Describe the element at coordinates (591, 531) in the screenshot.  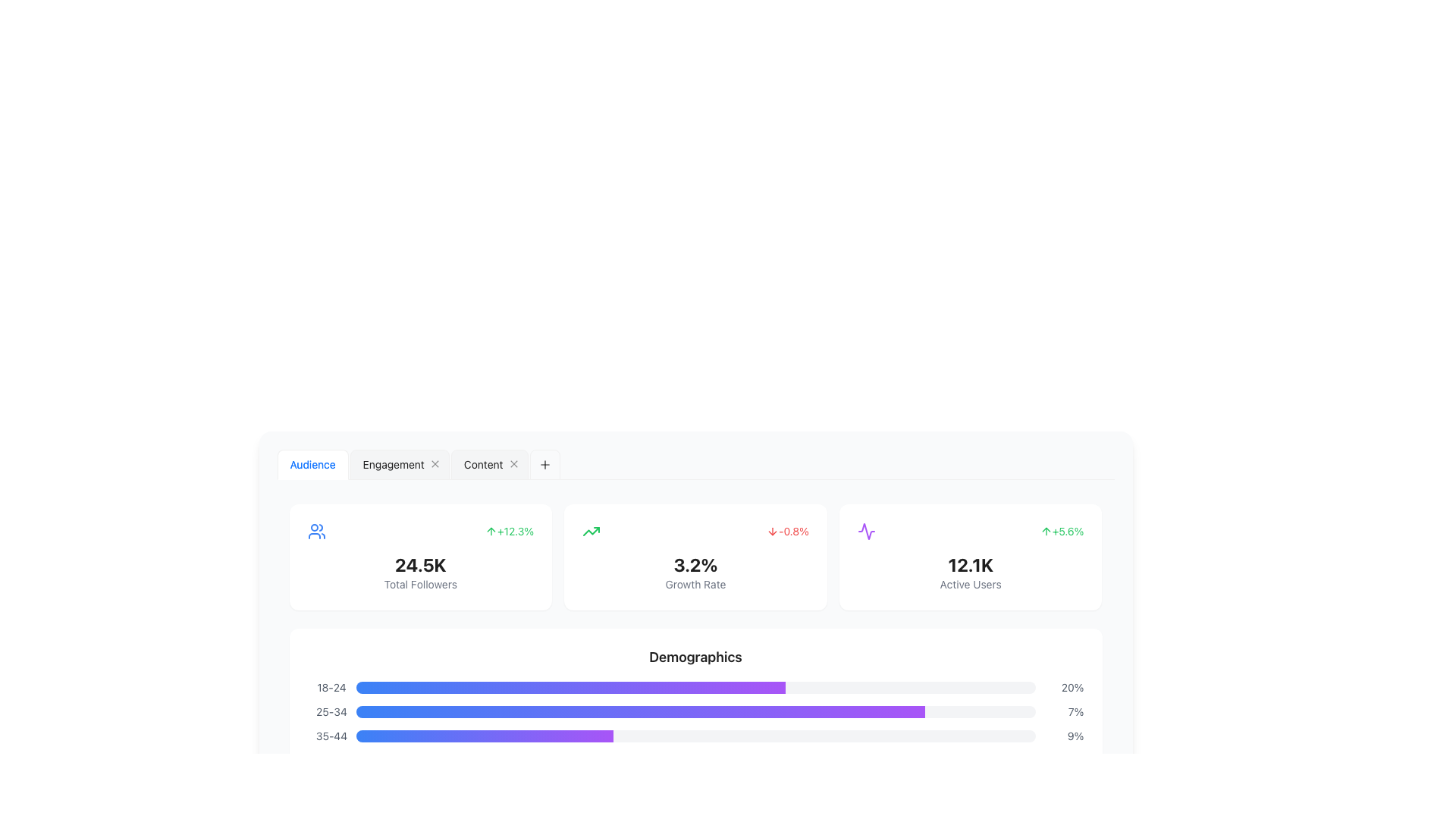
I see `the small green arrow-shaped icon located at the top-right corner of the first card in the second row of cards on the dashboard` at that location.